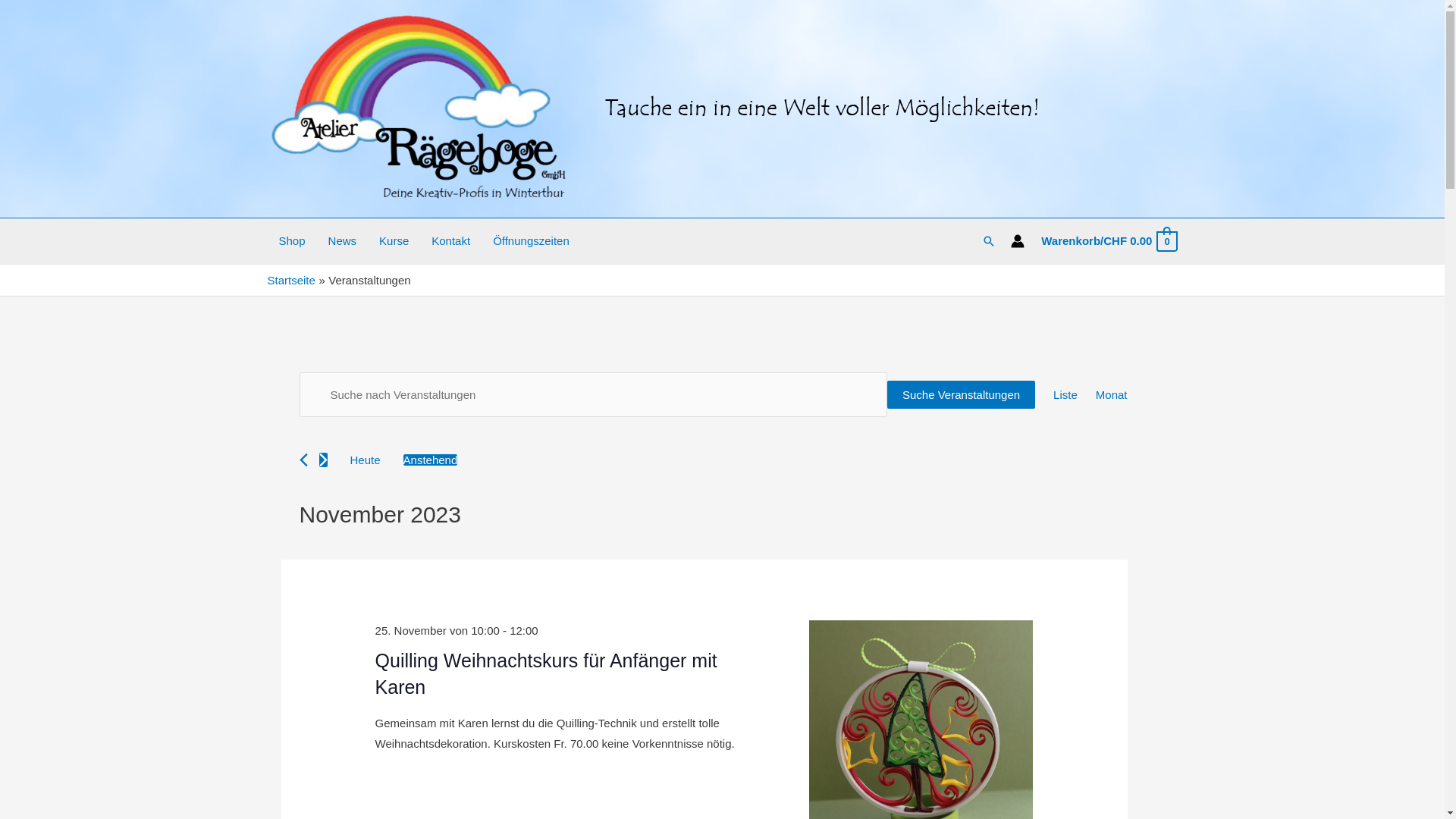 This screenshot has width=1456, height=819. Describe the element at coordinates (429, 459) in the screenshot. I see `'Anstehend'` at that location.